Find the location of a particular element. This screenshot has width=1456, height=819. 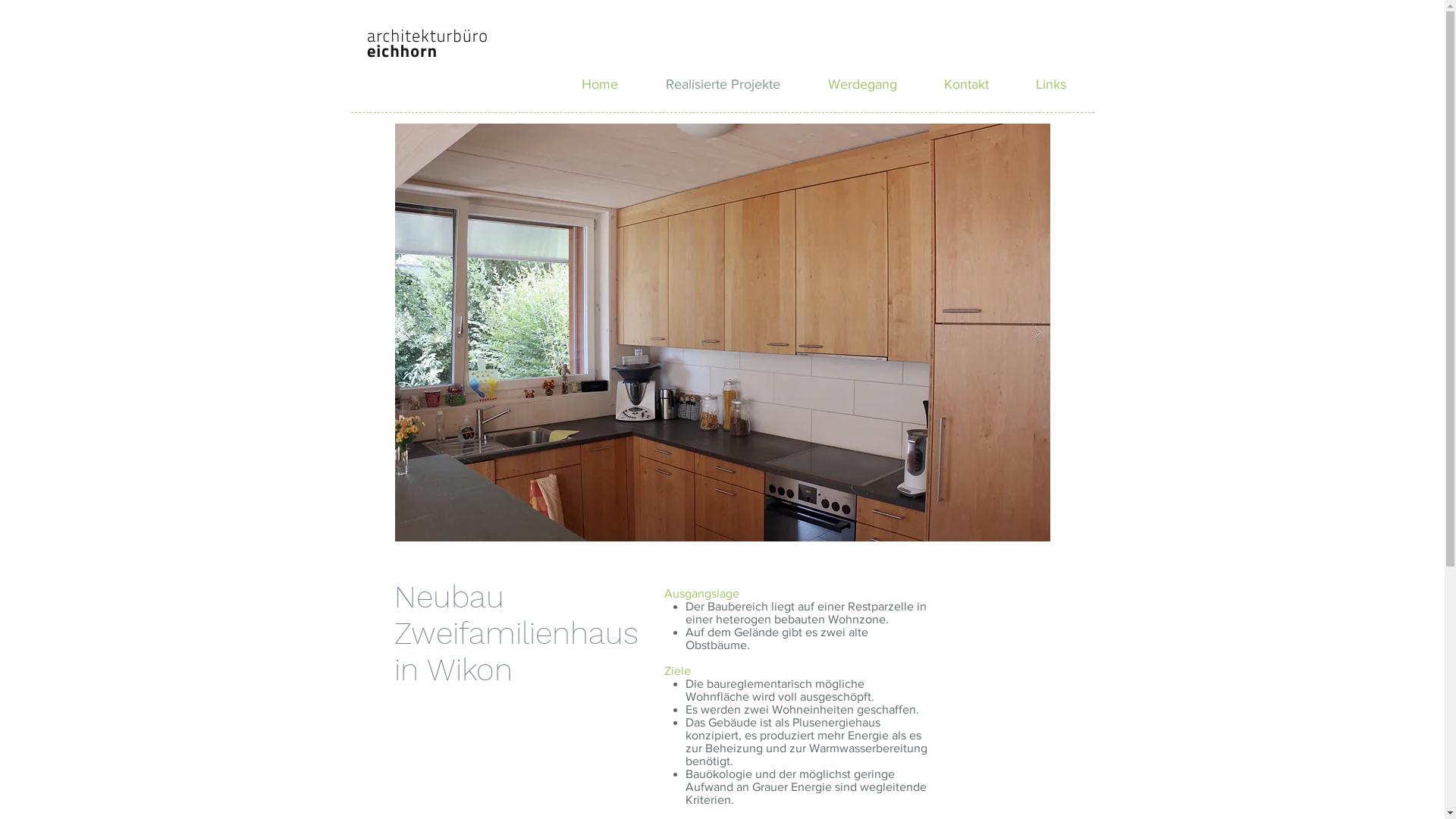

'Realisierte Projekte' is located at coordinates (722, 84).